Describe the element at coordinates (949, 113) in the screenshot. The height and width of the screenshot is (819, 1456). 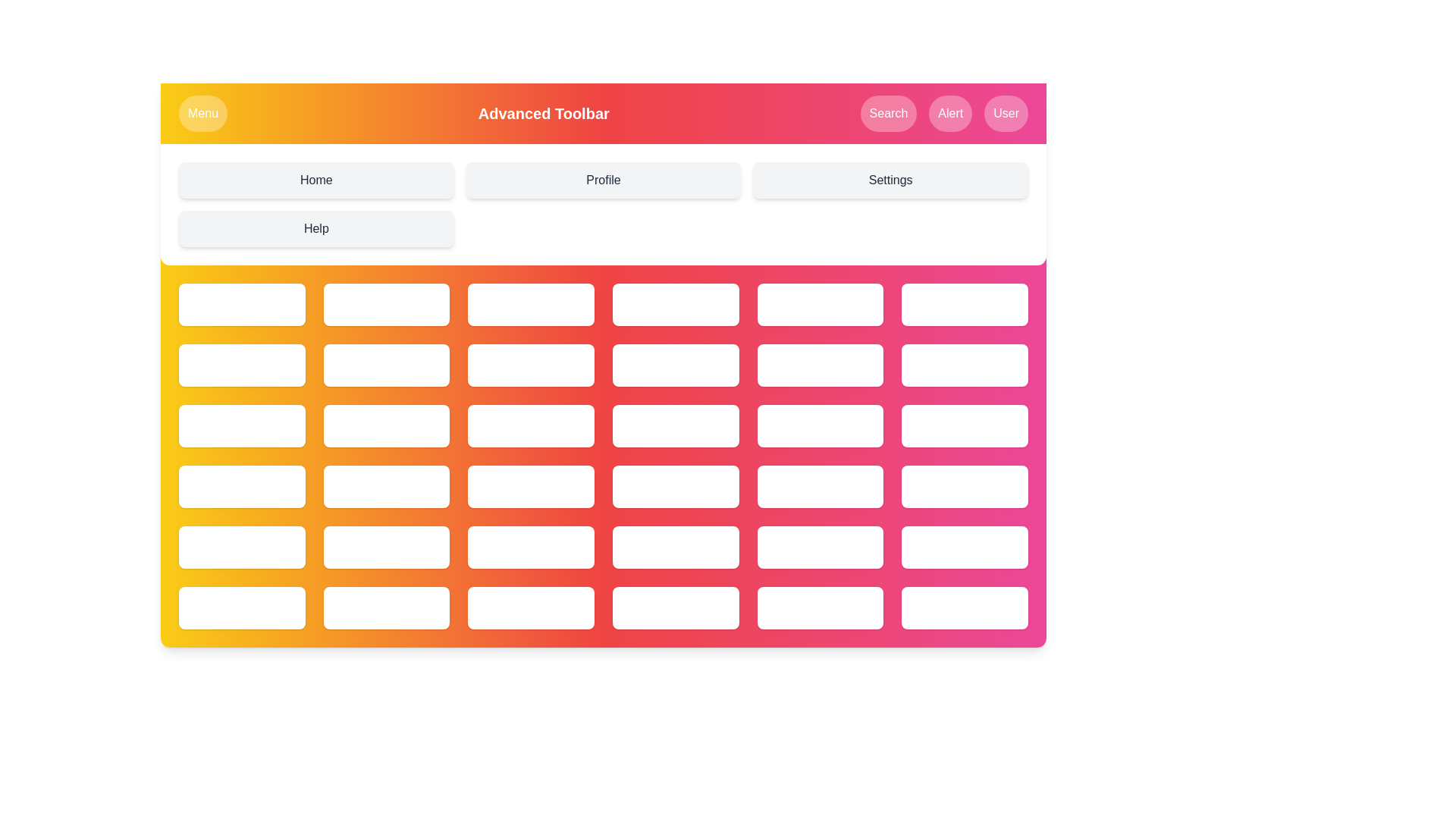
I see `the Alert button in the navigation bar` at that location.